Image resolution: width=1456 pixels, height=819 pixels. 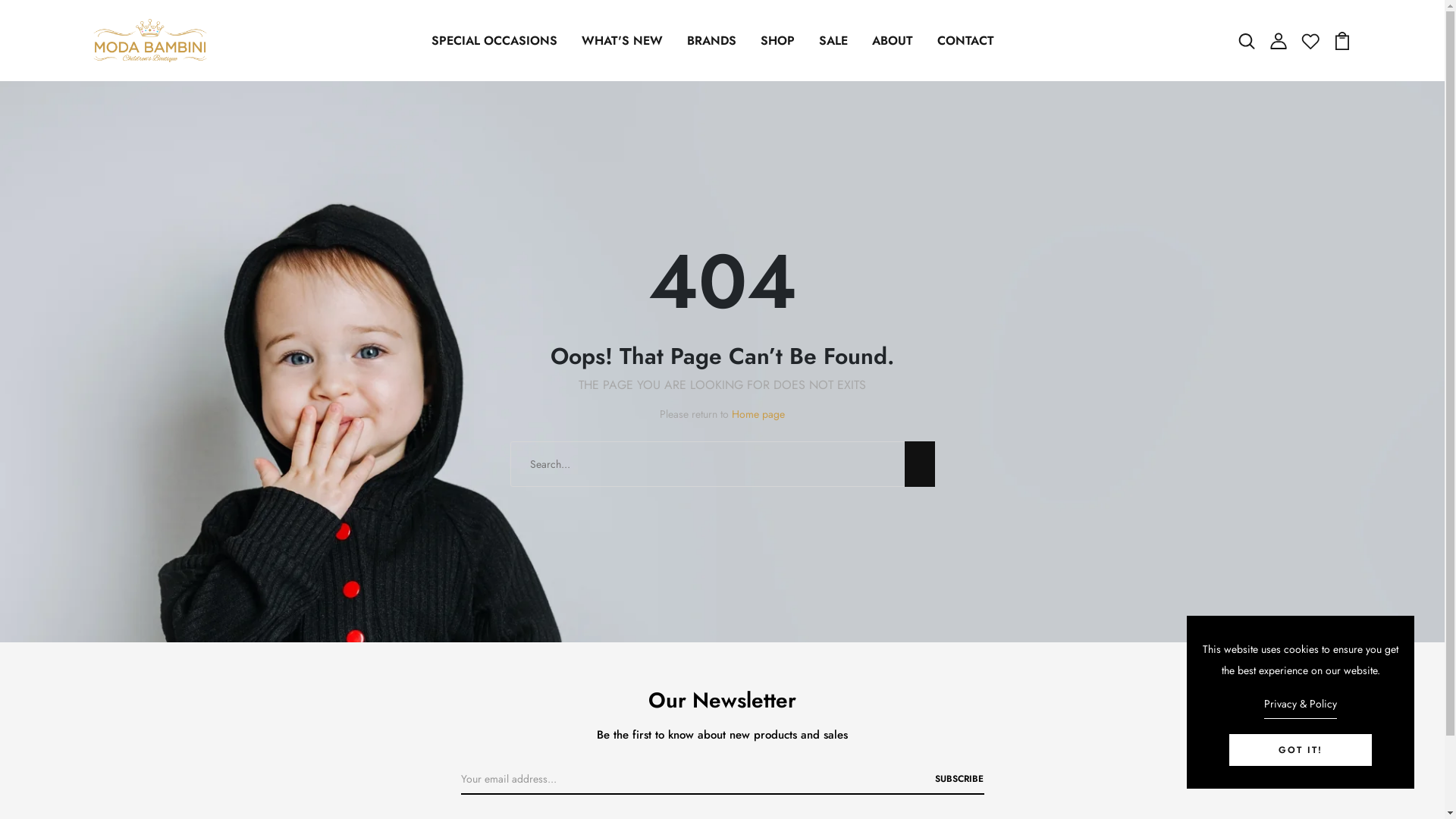 I want to click on 'SALE', so click(x=833, y=40).